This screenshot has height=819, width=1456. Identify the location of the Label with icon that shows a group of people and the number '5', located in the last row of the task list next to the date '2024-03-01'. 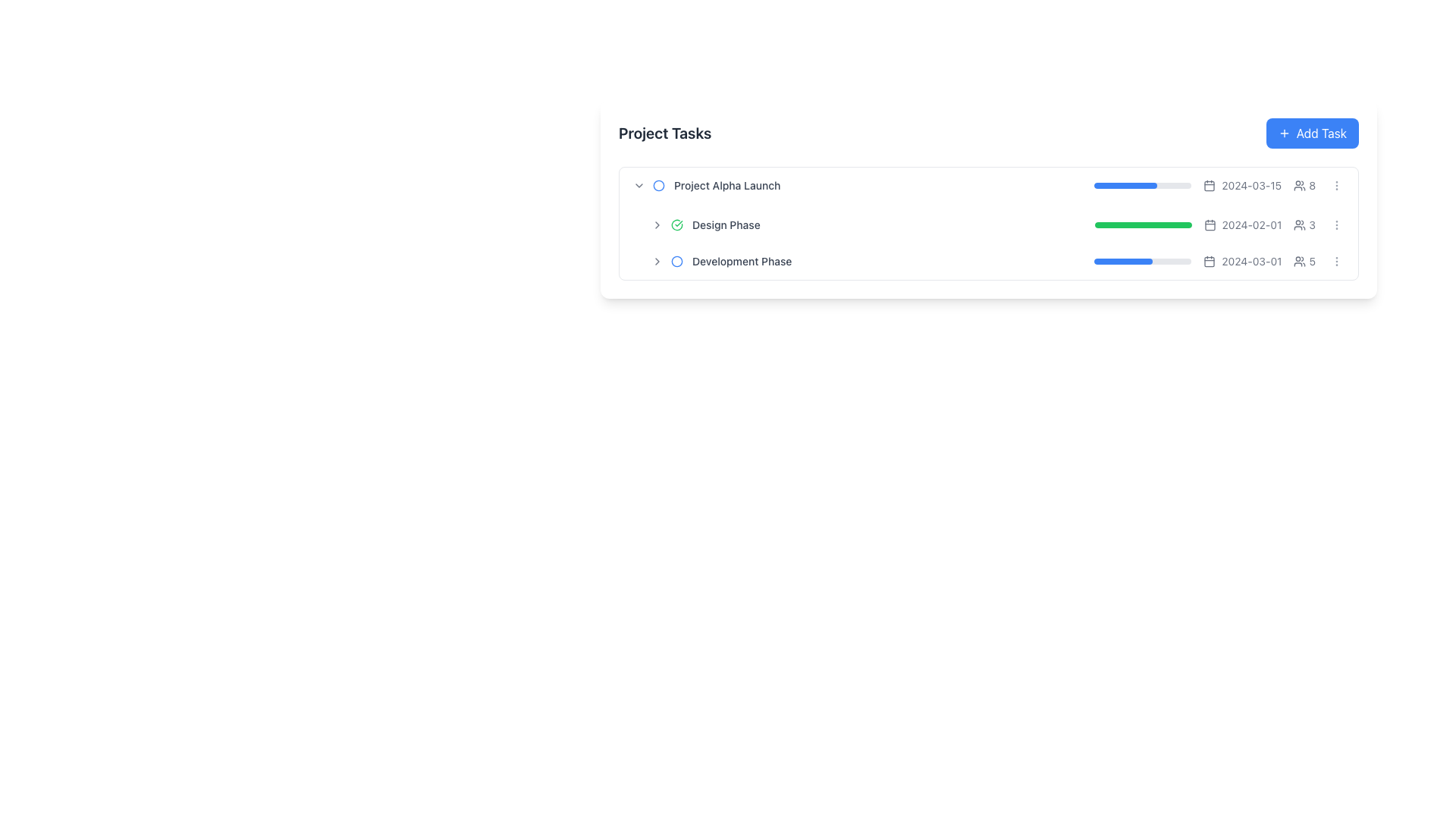
(1304, 260).